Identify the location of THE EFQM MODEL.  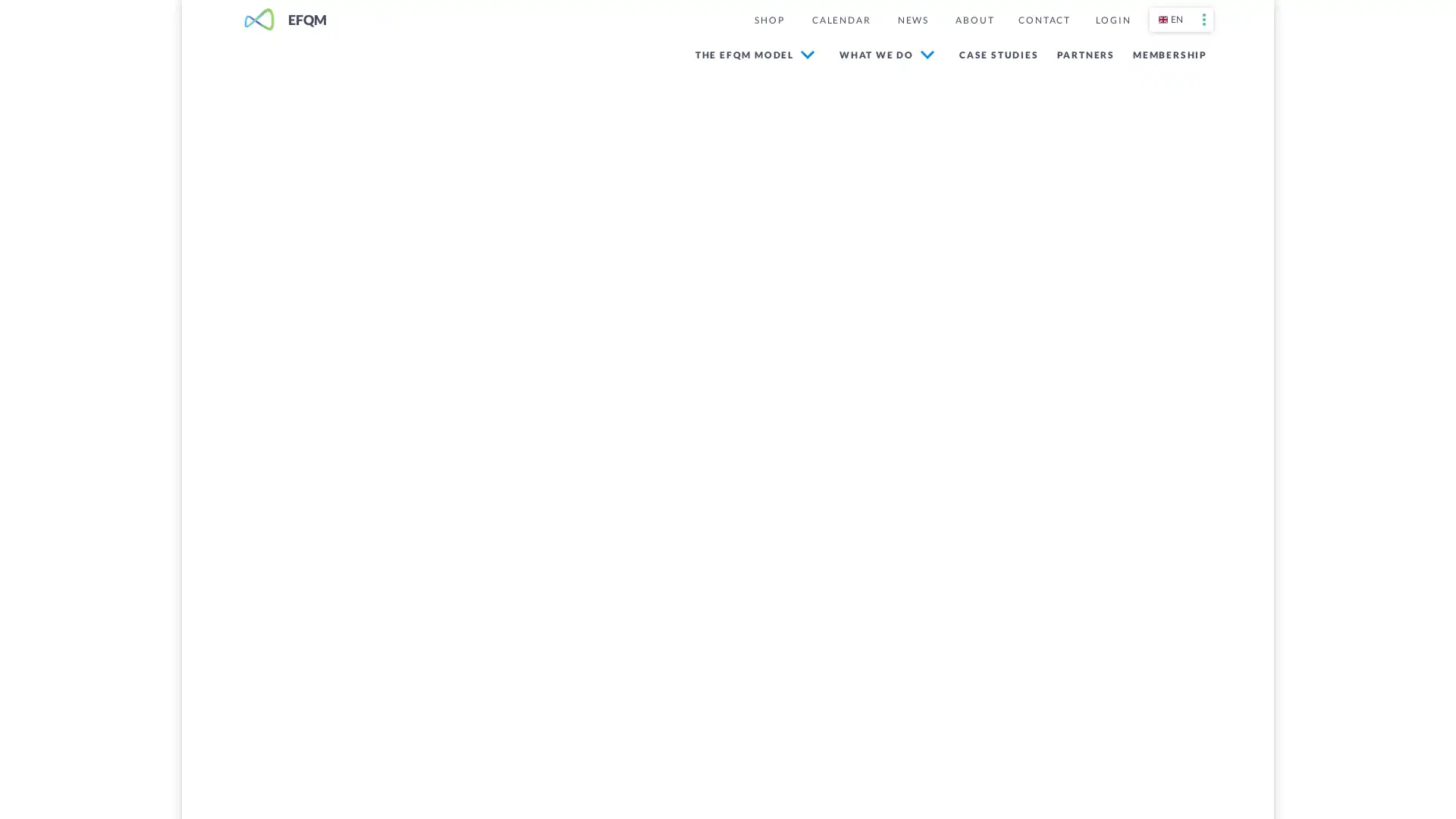
(754, 54).